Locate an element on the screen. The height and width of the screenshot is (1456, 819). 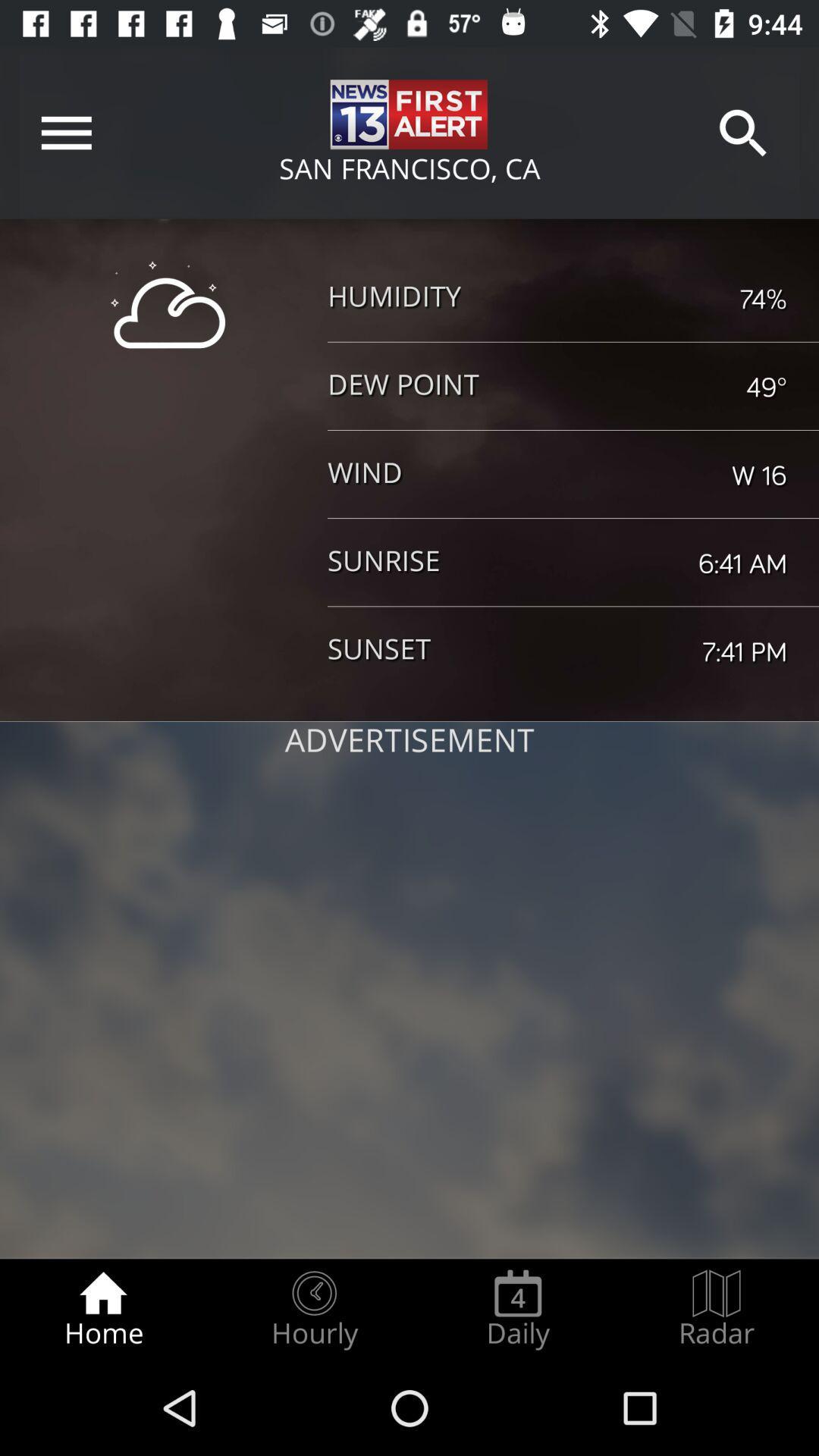
the home at the bottom left corner is located at coordinates (102, 1309).